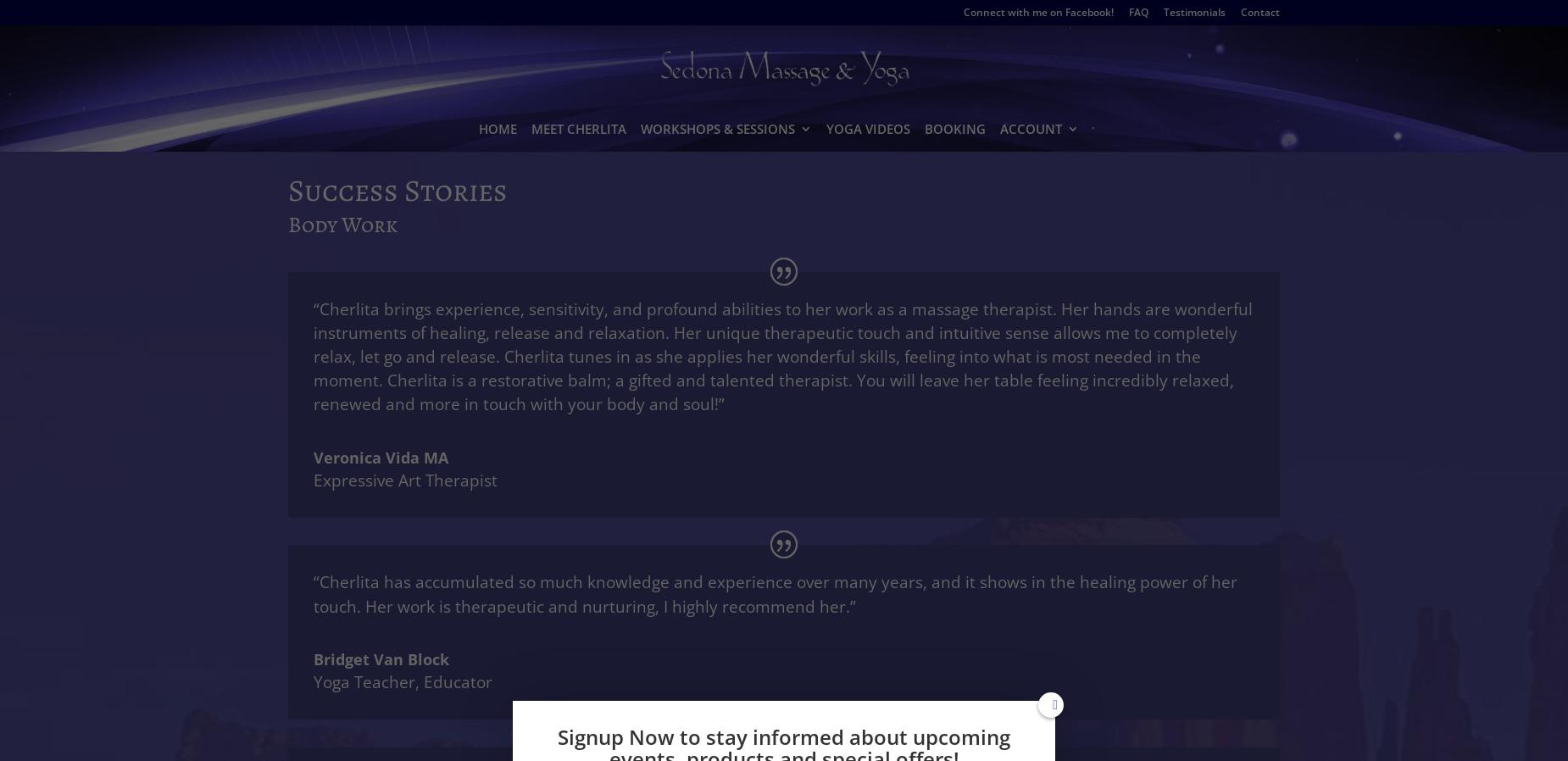 This screenshot has width=1568, height=761. What do you see at coordinates (380, 455) in the screenshot?
I see `'Veronica Vida MA'` at bounding box center [380, 455].